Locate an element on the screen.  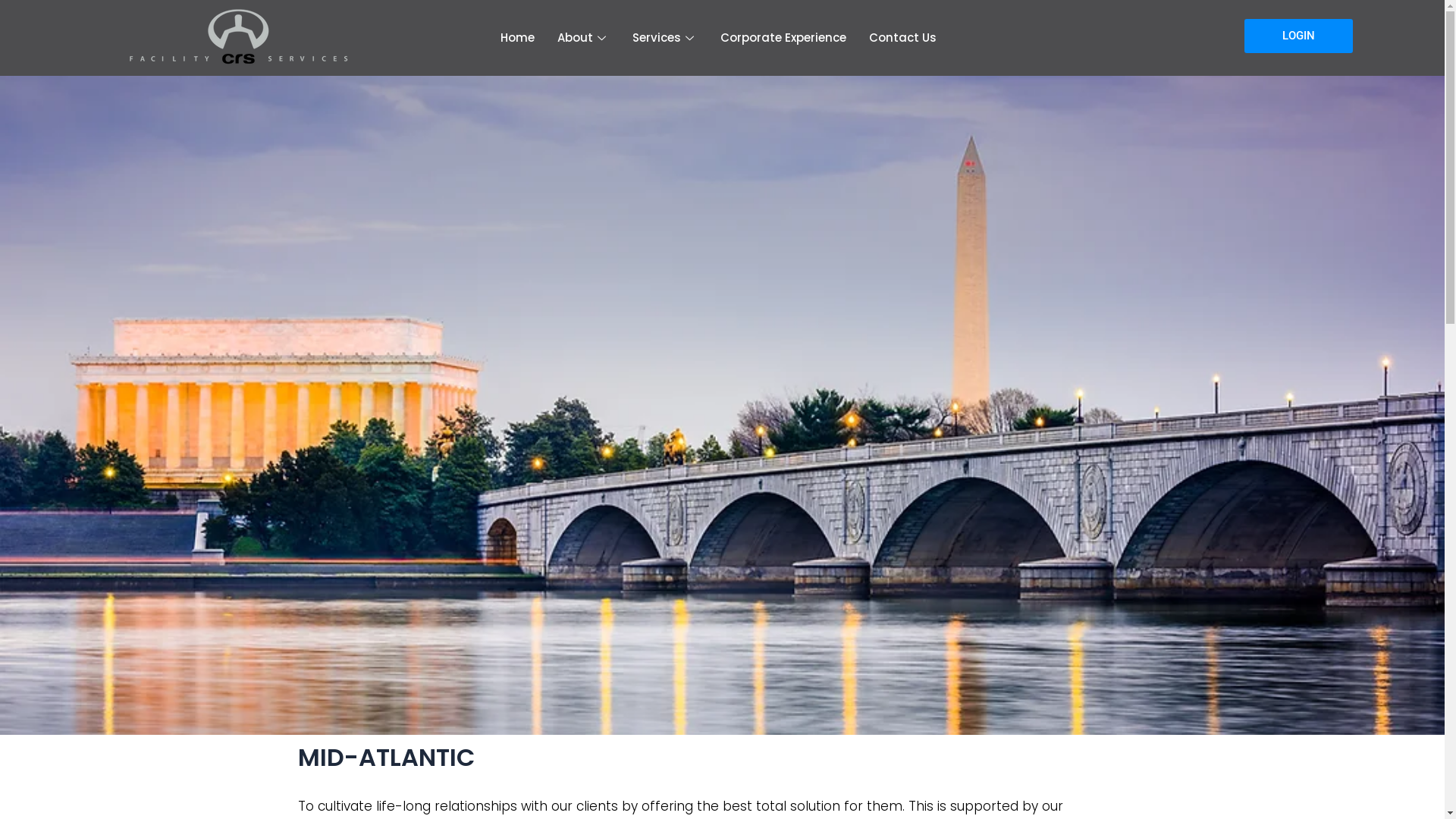
'Corporate Experience' is located at coordinates (783, 37).